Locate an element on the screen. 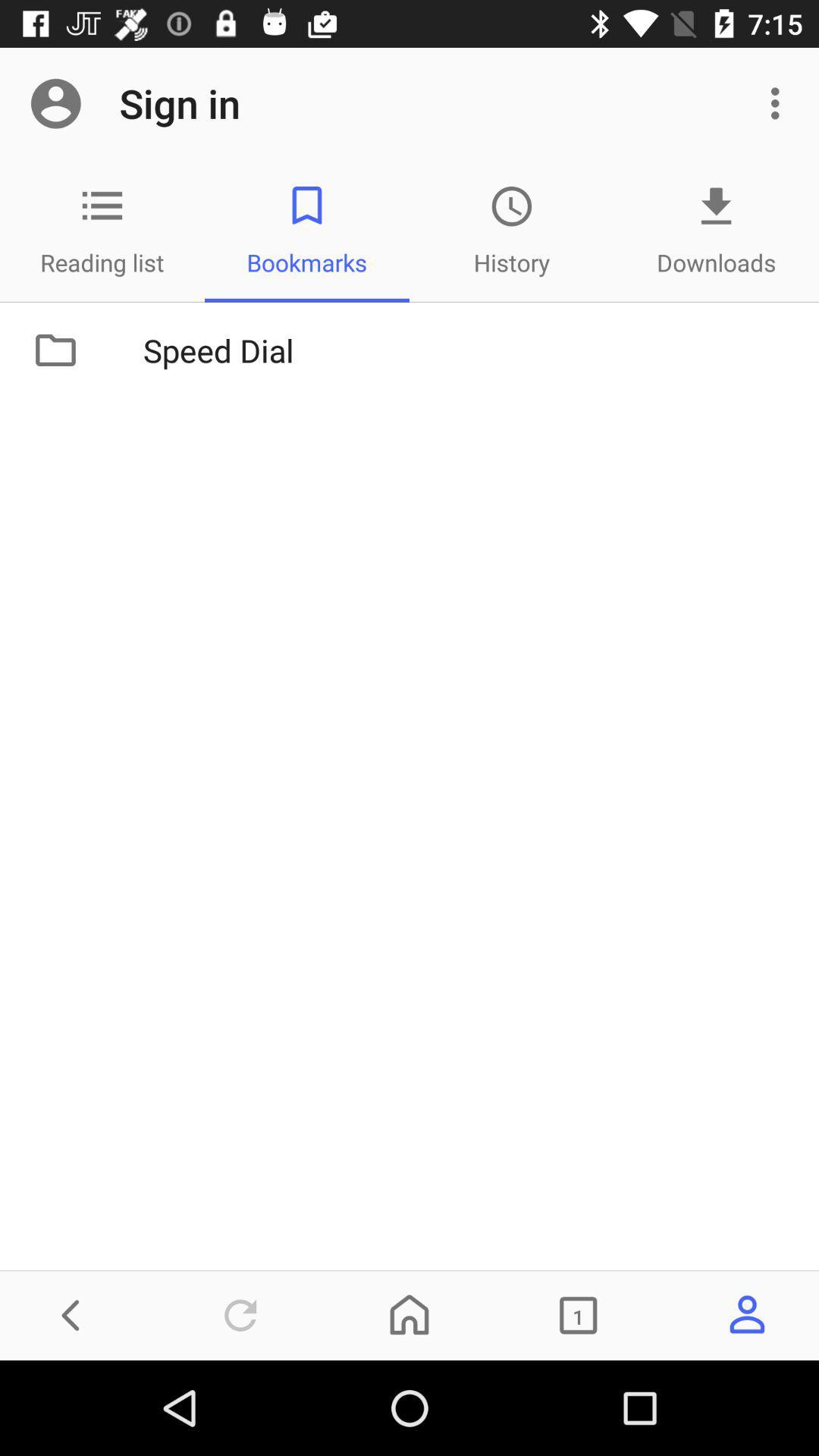 This screenshot has width=819, height=1456. the home icon is located at coordinates (409, 1314).